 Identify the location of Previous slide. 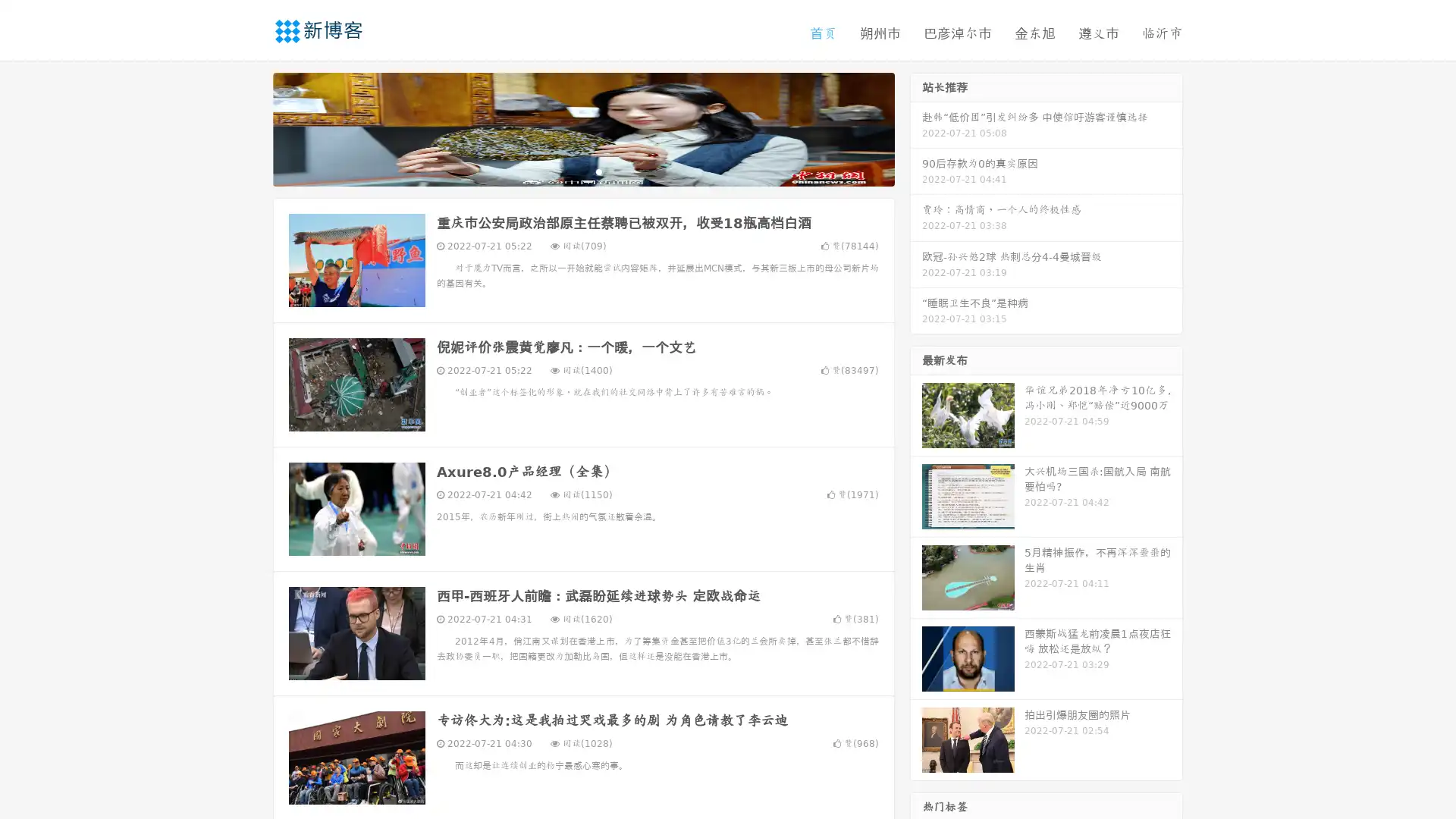
(250, 127).